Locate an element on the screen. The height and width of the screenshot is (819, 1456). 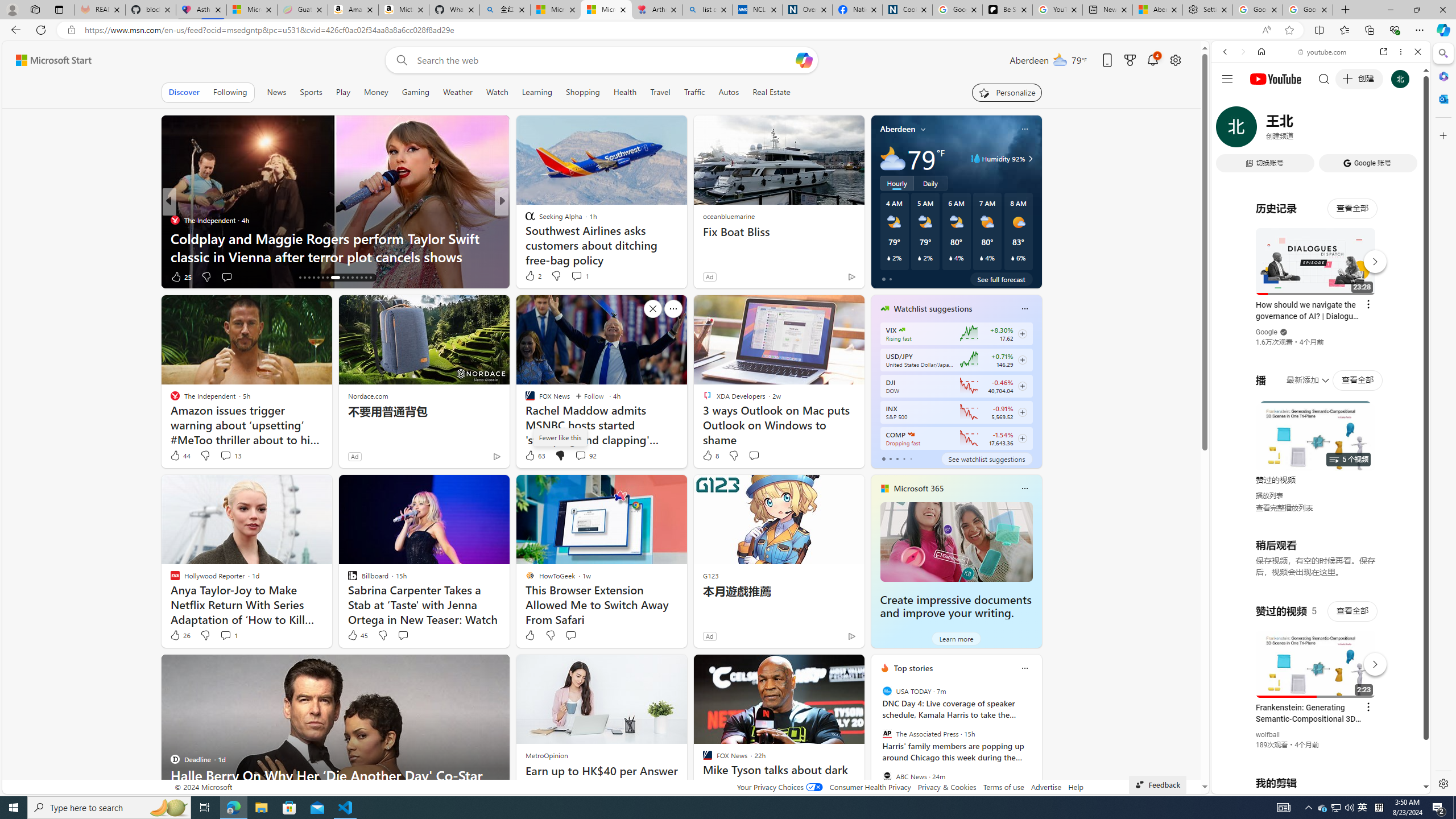
'Ad Choice' is located at coordinates (851, 636).